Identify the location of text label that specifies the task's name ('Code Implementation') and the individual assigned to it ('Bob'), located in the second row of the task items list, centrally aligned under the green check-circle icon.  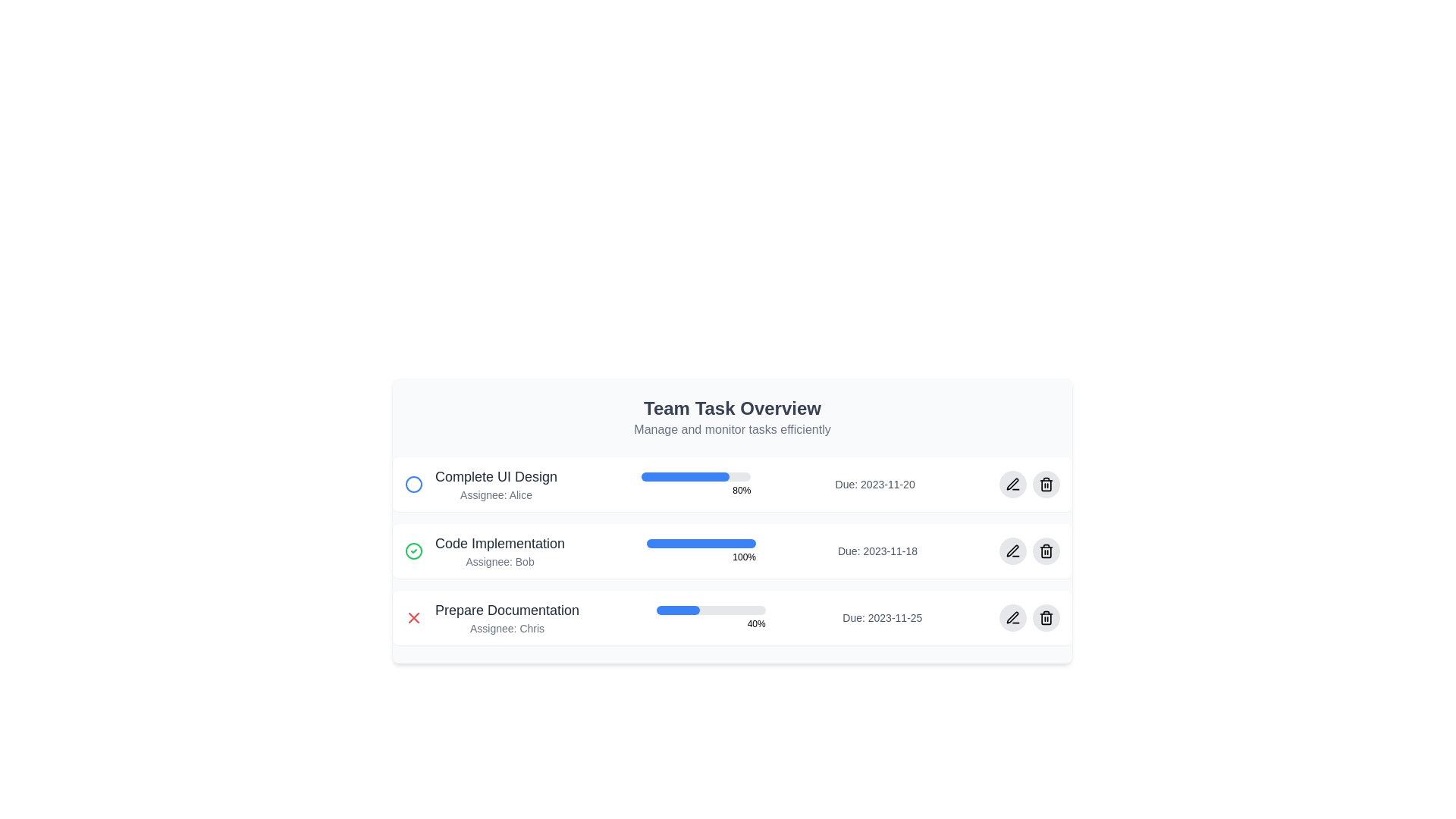
(500, 551).